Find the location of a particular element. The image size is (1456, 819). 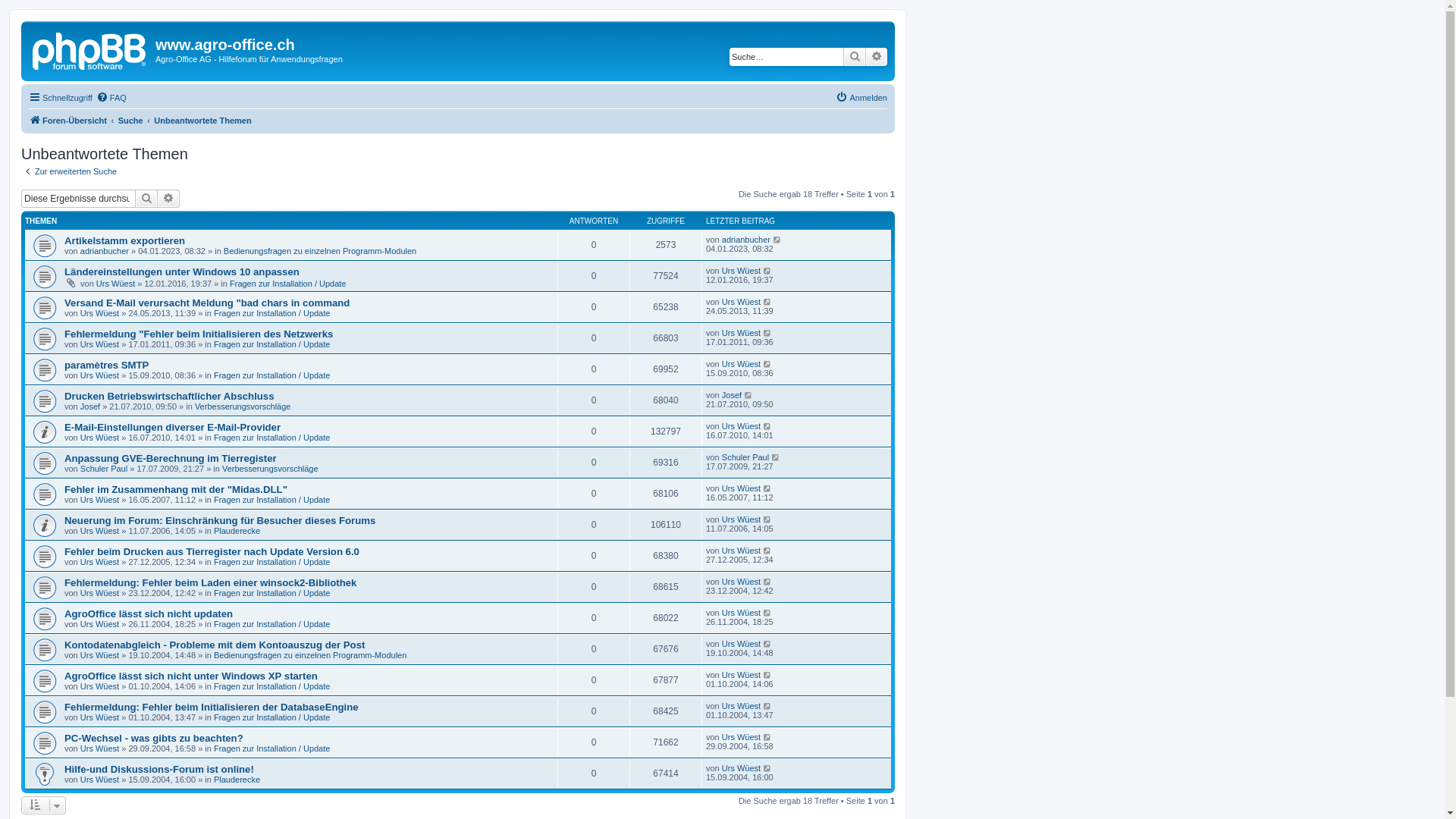

'Schuler Paul' is located at coordinates (103, 467).